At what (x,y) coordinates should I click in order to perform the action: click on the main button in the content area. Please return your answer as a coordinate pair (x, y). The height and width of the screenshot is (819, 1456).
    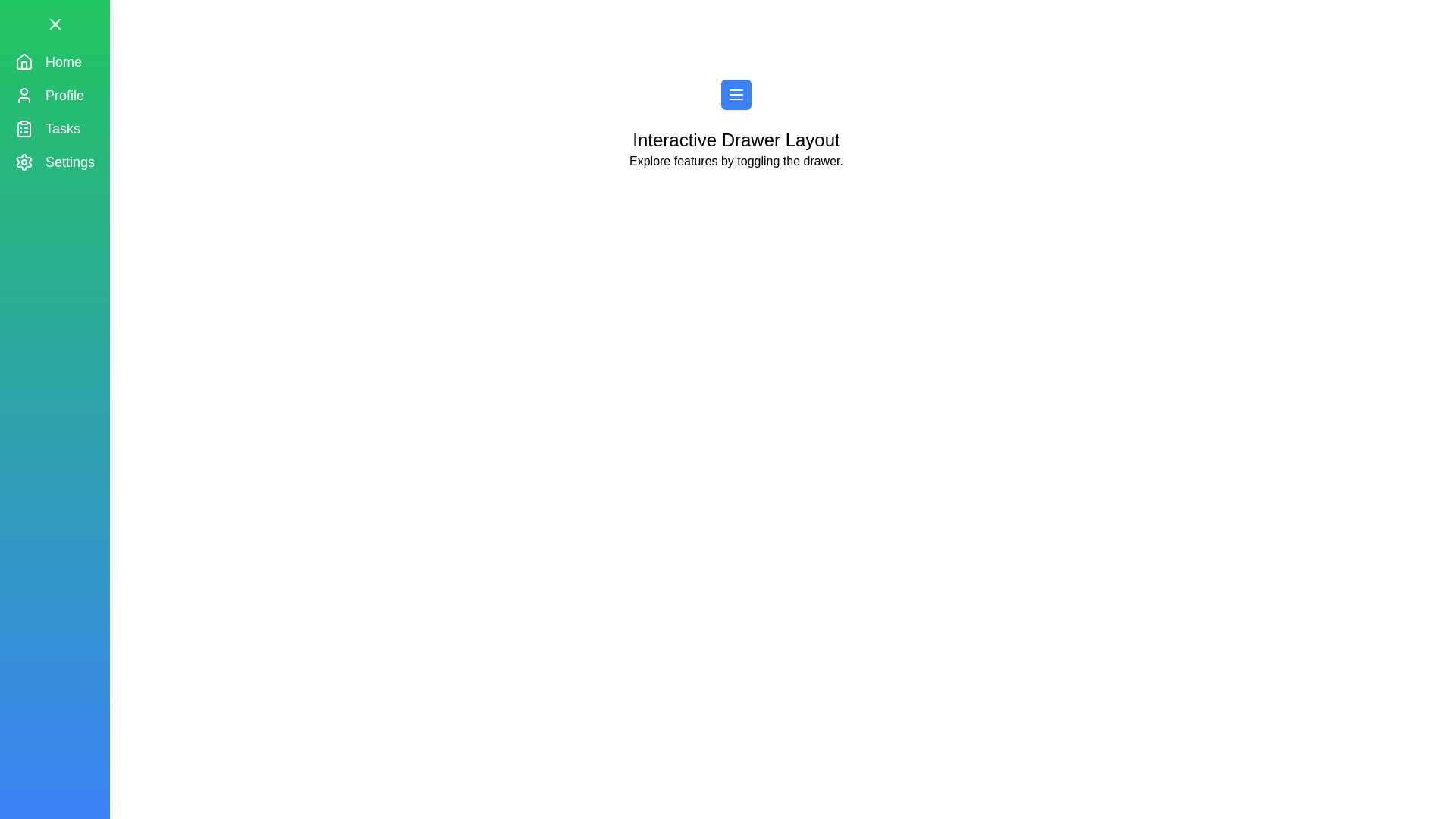
    Looking at the image, I should click on (736, 94).